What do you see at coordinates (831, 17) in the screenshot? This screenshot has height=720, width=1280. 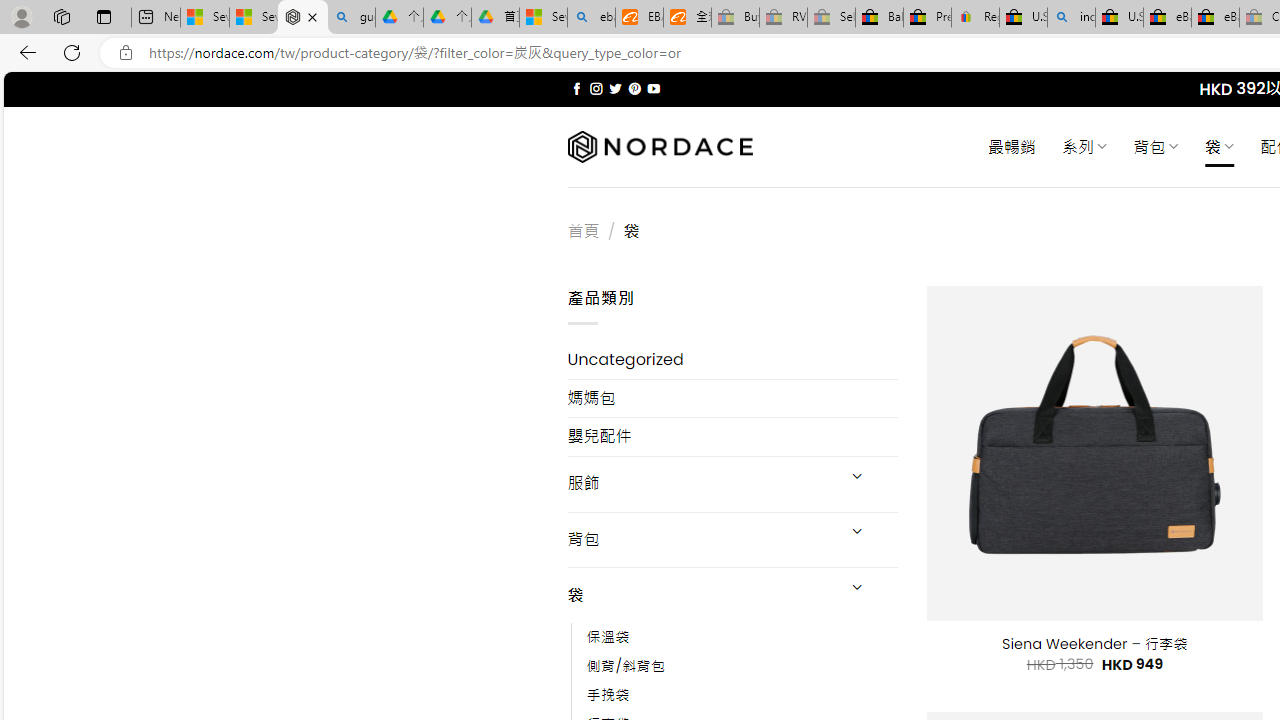 I see `'Sell worldwide with eBay - Sleeping'` at bounding box center [831, 17].